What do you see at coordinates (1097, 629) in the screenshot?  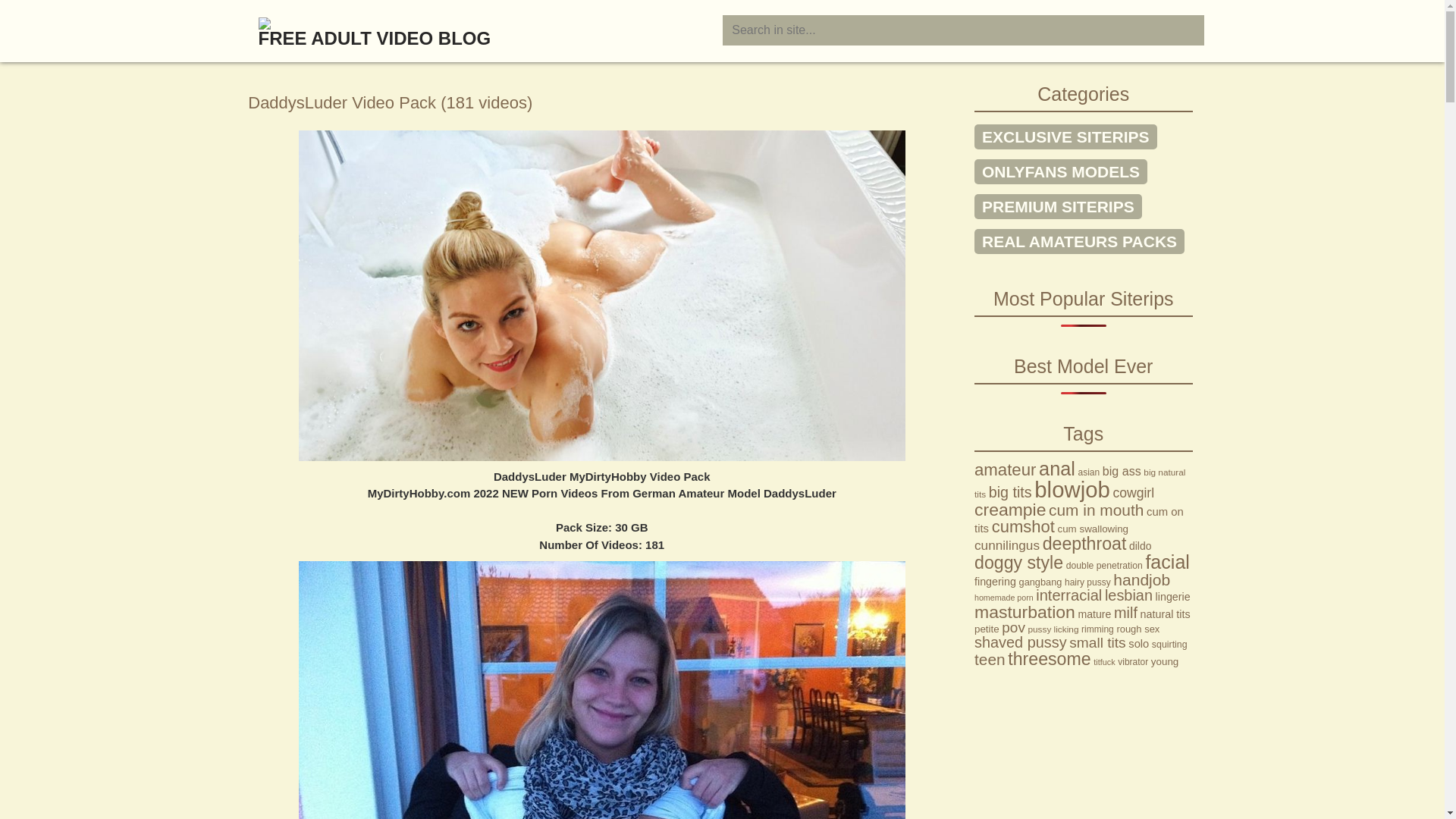 I see `'rimming'` at bounding box center [1097, 629].